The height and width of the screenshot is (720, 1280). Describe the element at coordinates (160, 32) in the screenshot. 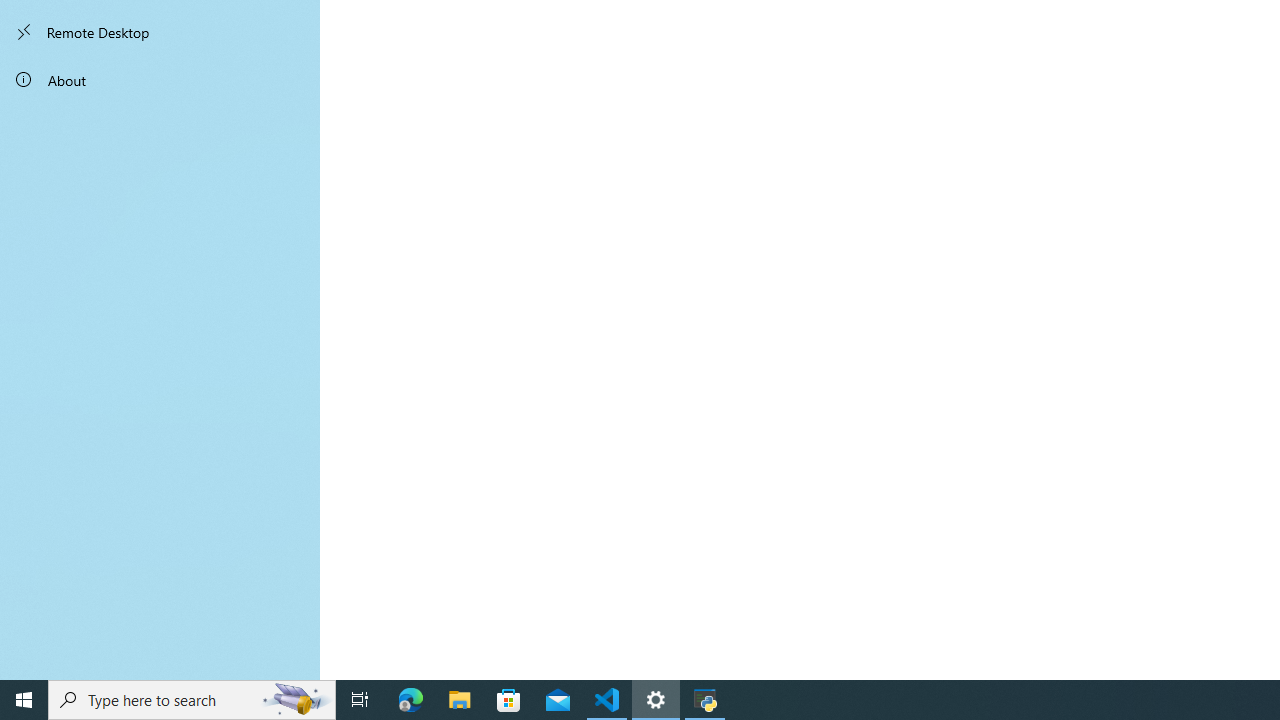

I see `'Remote Desktop'` at that location.